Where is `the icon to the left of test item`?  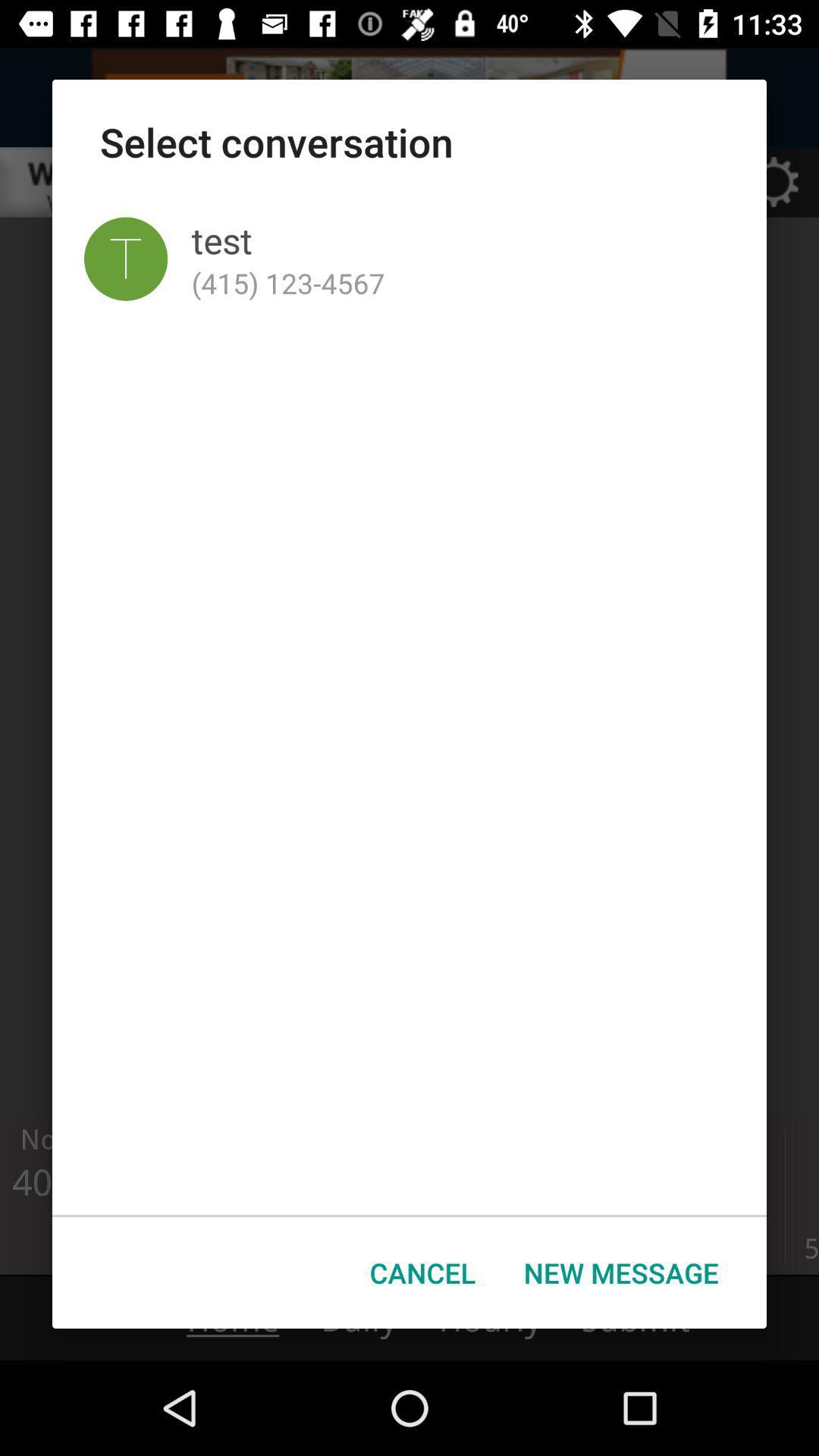
the icon to the left of test item is located at coordinates (125, 259).